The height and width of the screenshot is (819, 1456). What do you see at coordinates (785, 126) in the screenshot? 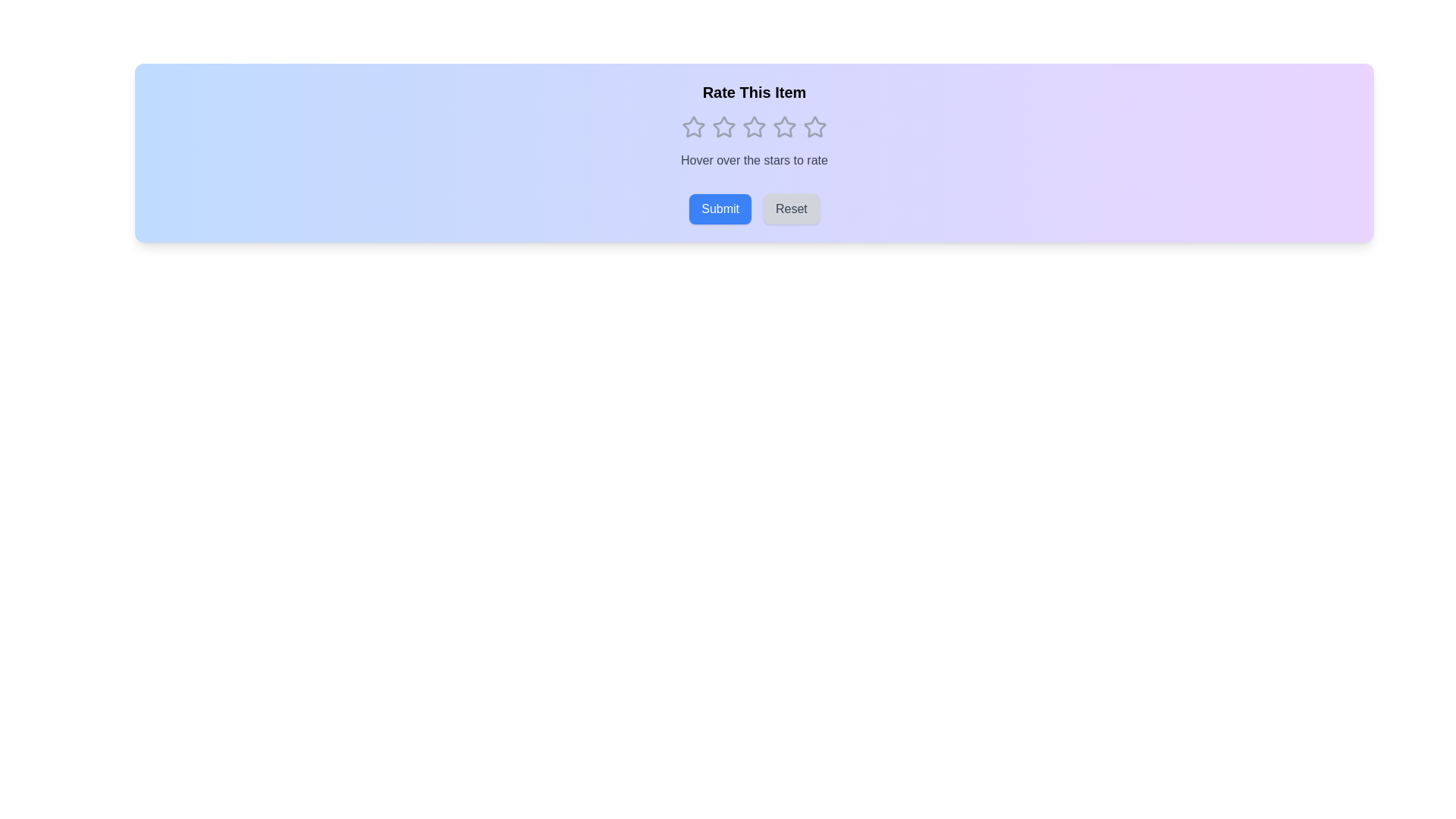
I see `the third star in the rating system located under the heading 'Rate This Item'` at bounding box center [785, 126].